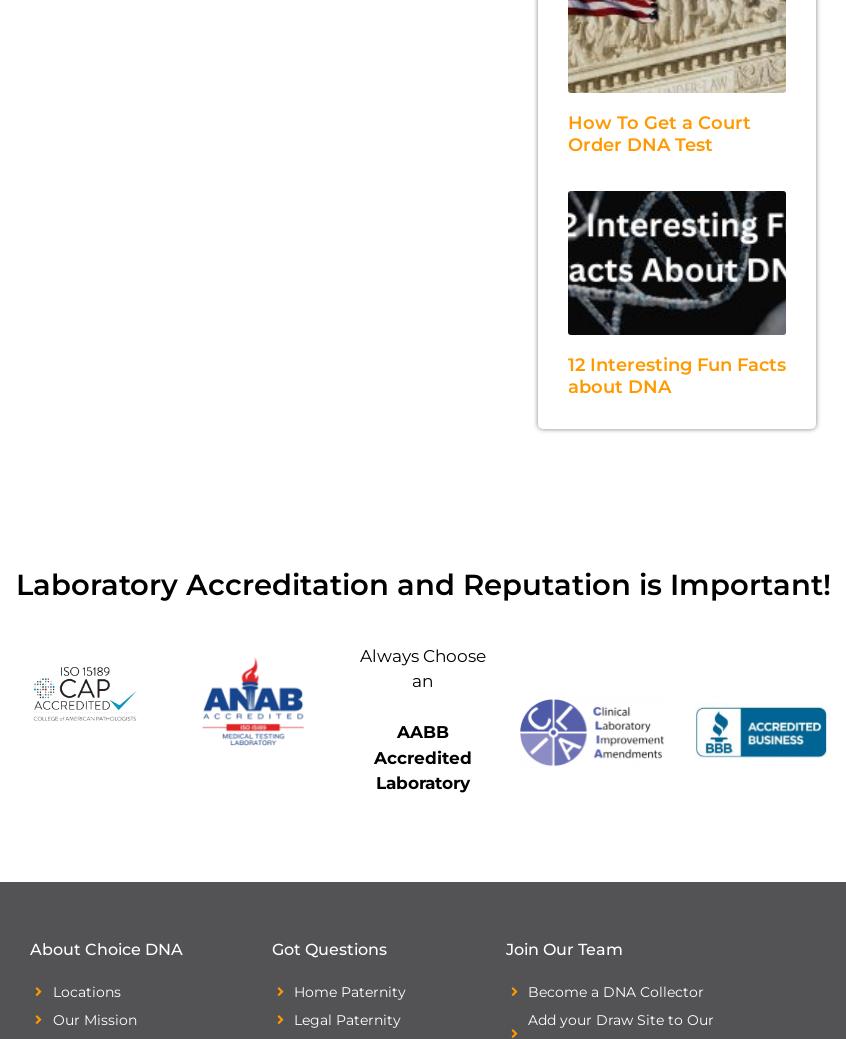 The width and height of the screenshot is (846, 1039). What do you see at coordinates (563, 949) in the screenshot?
I see `'Join Our Team'` at bounding box center [563, 949].